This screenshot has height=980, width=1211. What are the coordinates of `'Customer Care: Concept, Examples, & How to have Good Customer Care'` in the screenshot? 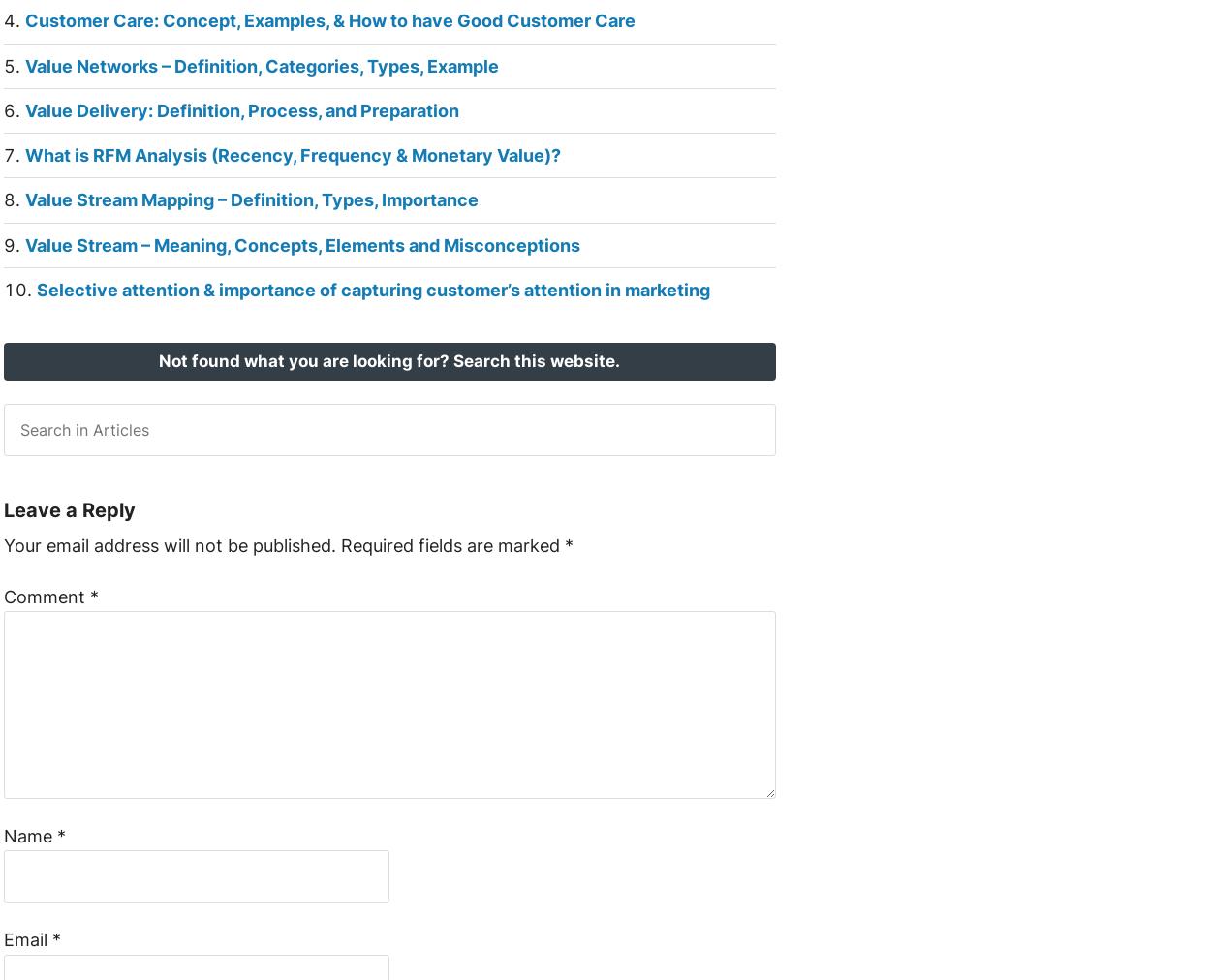 It's located at (24, 19).